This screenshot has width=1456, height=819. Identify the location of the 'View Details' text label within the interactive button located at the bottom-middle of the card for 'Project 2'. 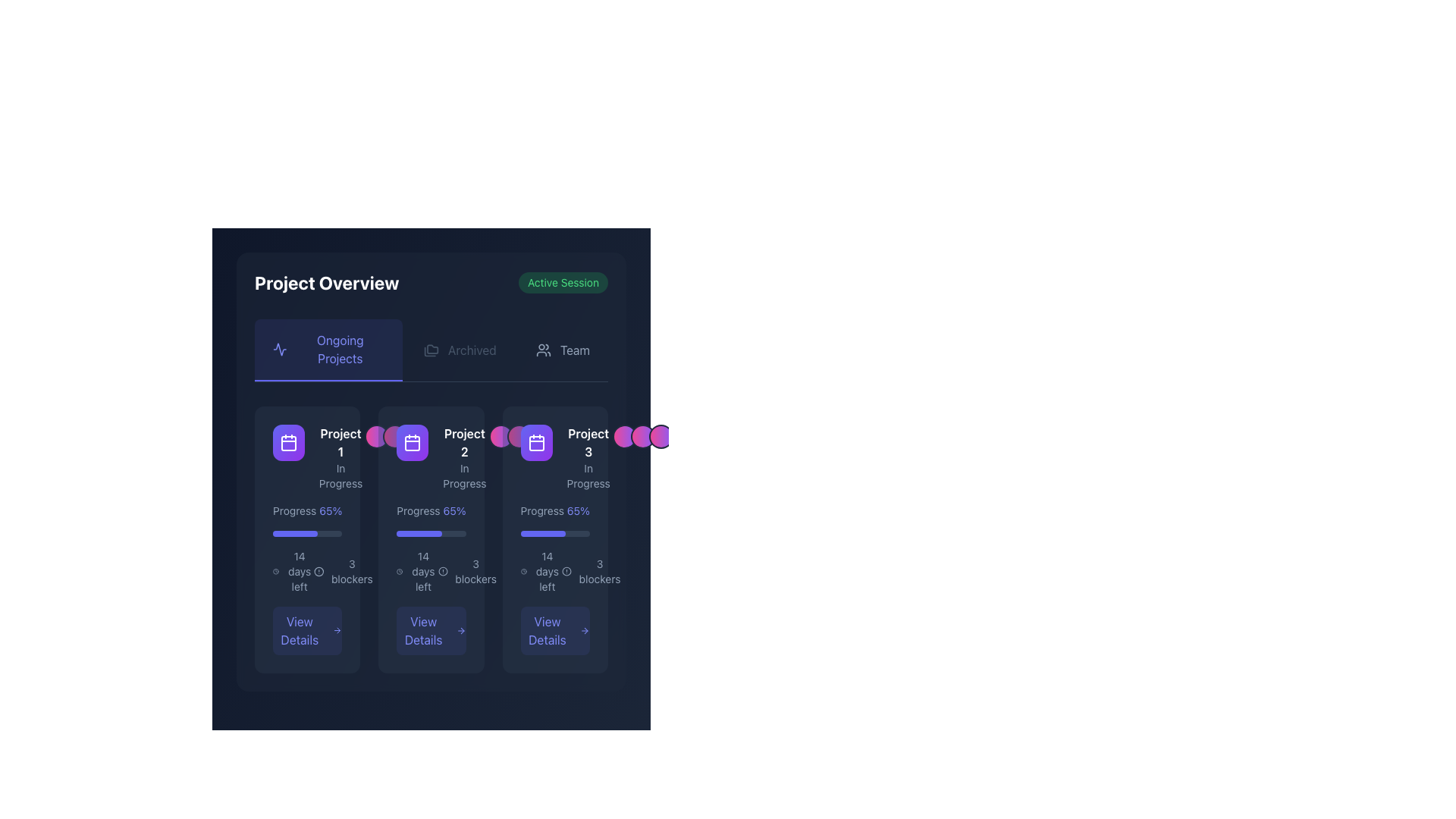
(422, 631).